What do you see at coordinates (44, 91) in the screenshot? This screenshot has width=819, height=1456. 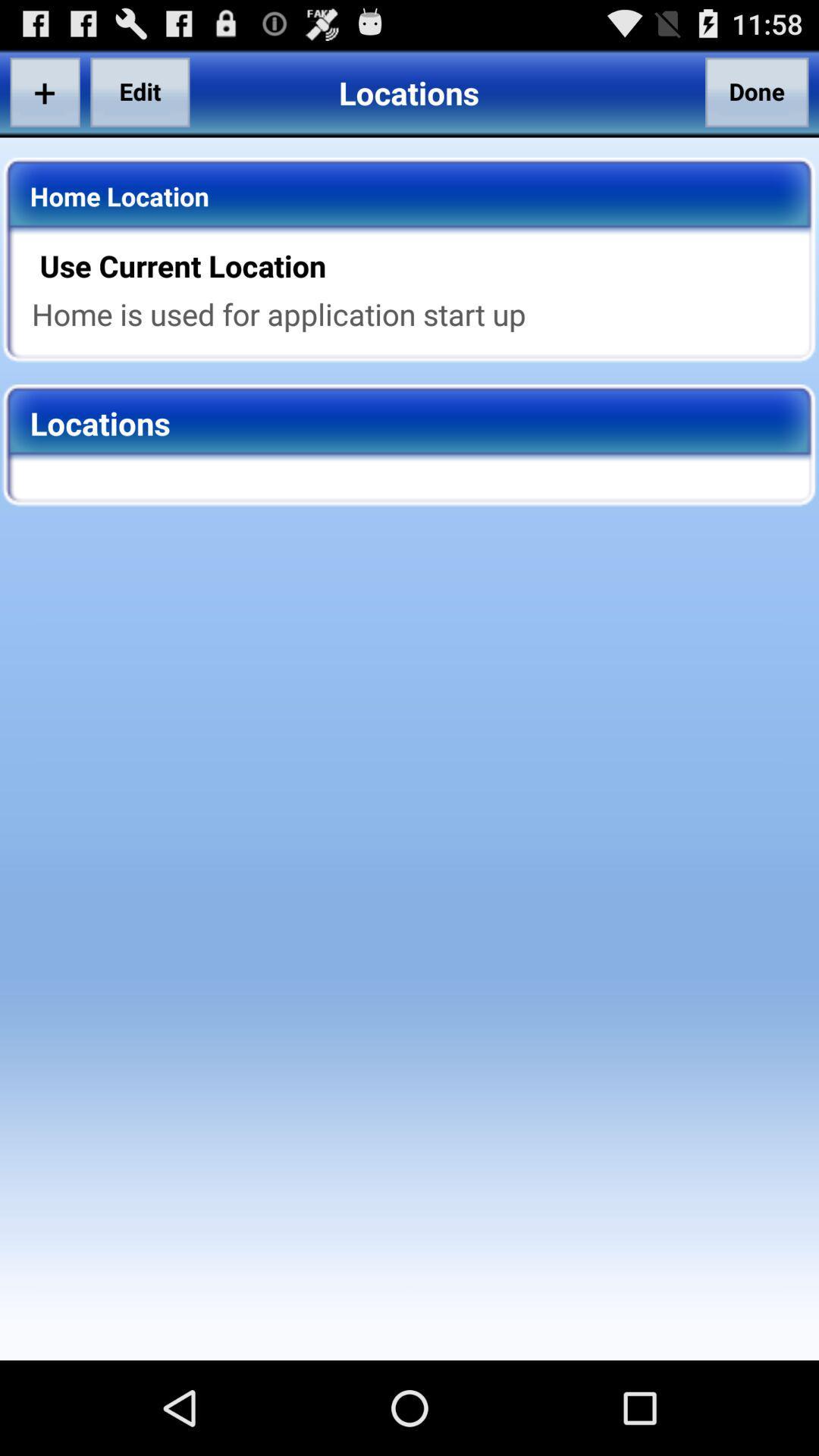 I see `item above the home location app` at bounding box center [44, 91].